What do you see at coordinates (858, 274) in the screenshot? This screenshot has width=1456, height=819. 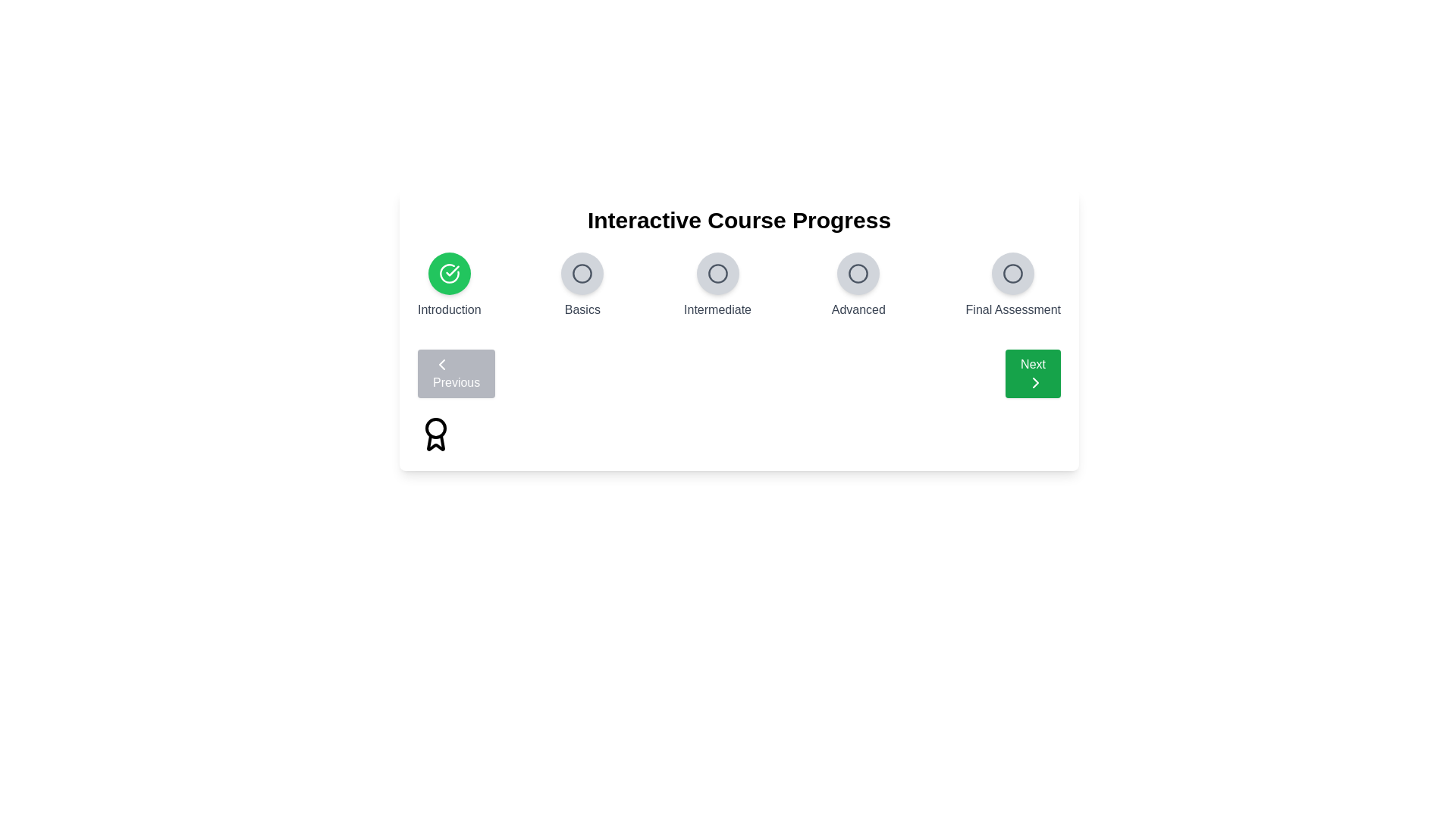 I see `the circular button with a gray background located under the label 'Advanced', positioned between the 'Intermediate' and 'Final Assessment' buttons` at bounding box center [858, 274].